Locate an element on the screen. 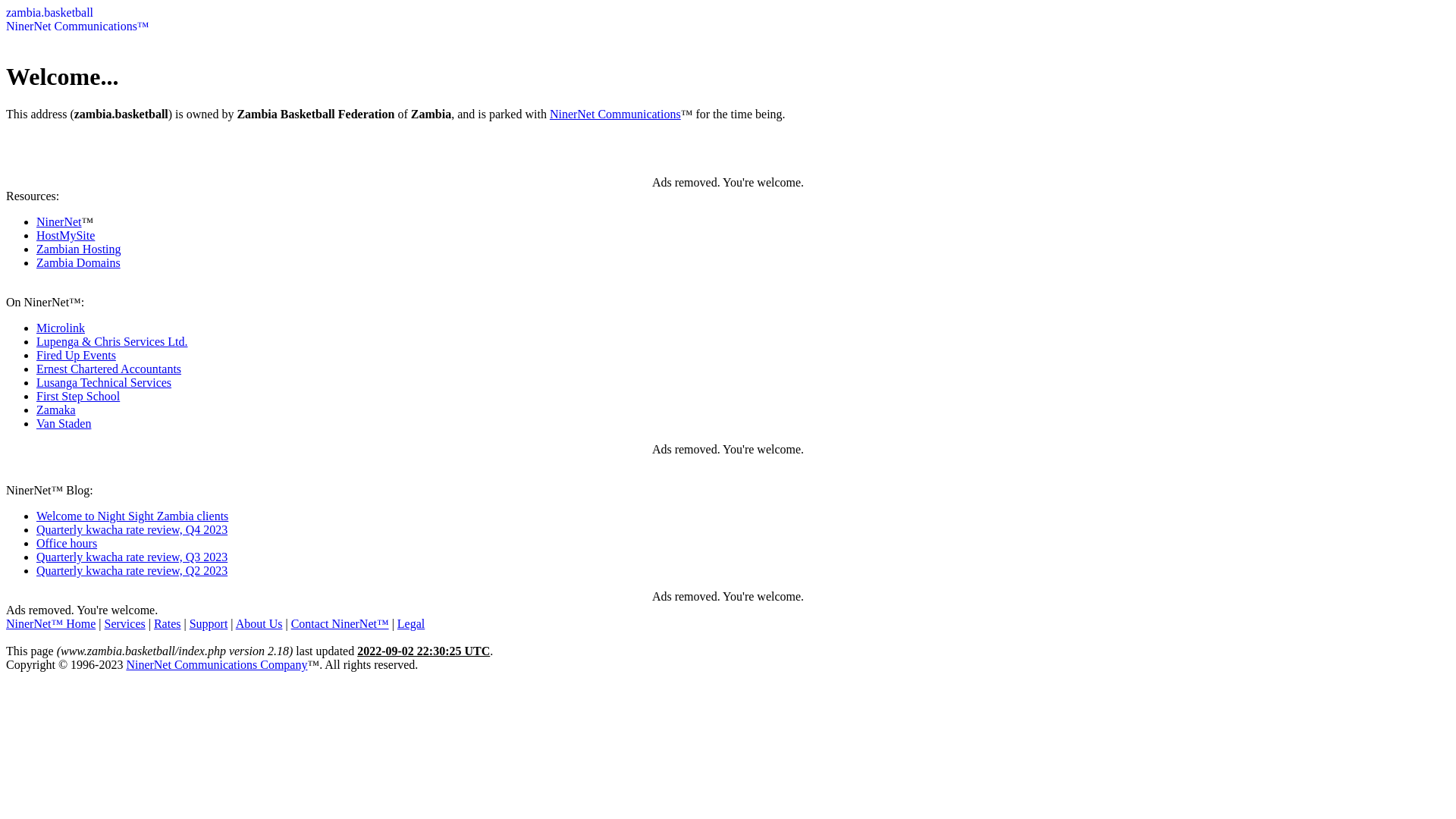  'Van Staden' is located at coordinates (36, 423).